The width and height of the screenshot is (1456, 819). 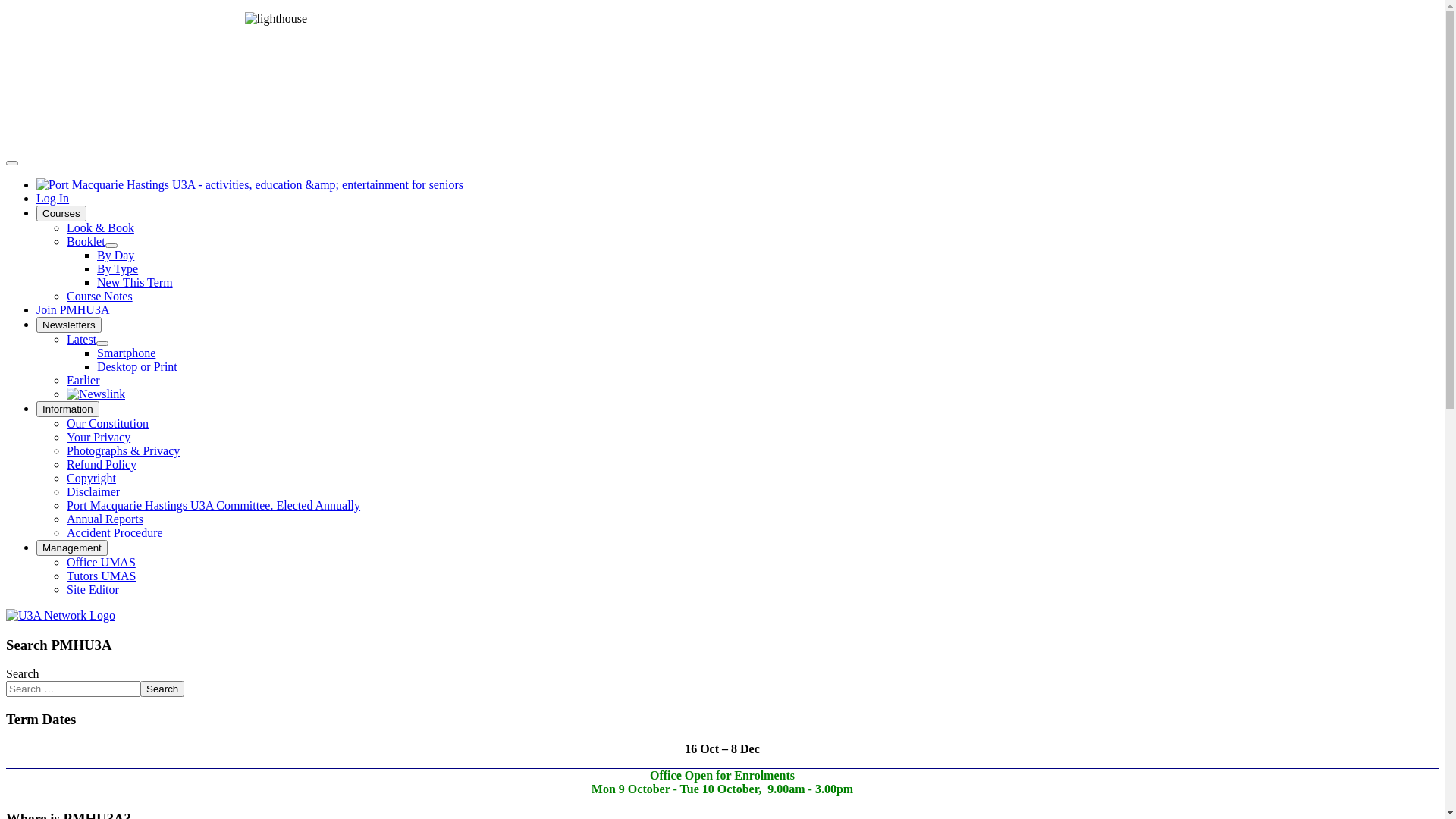 What do you see at coordinates (99, 227) in the screenshot?
I see `'Look & Book'` at bounding box center [99, 227].